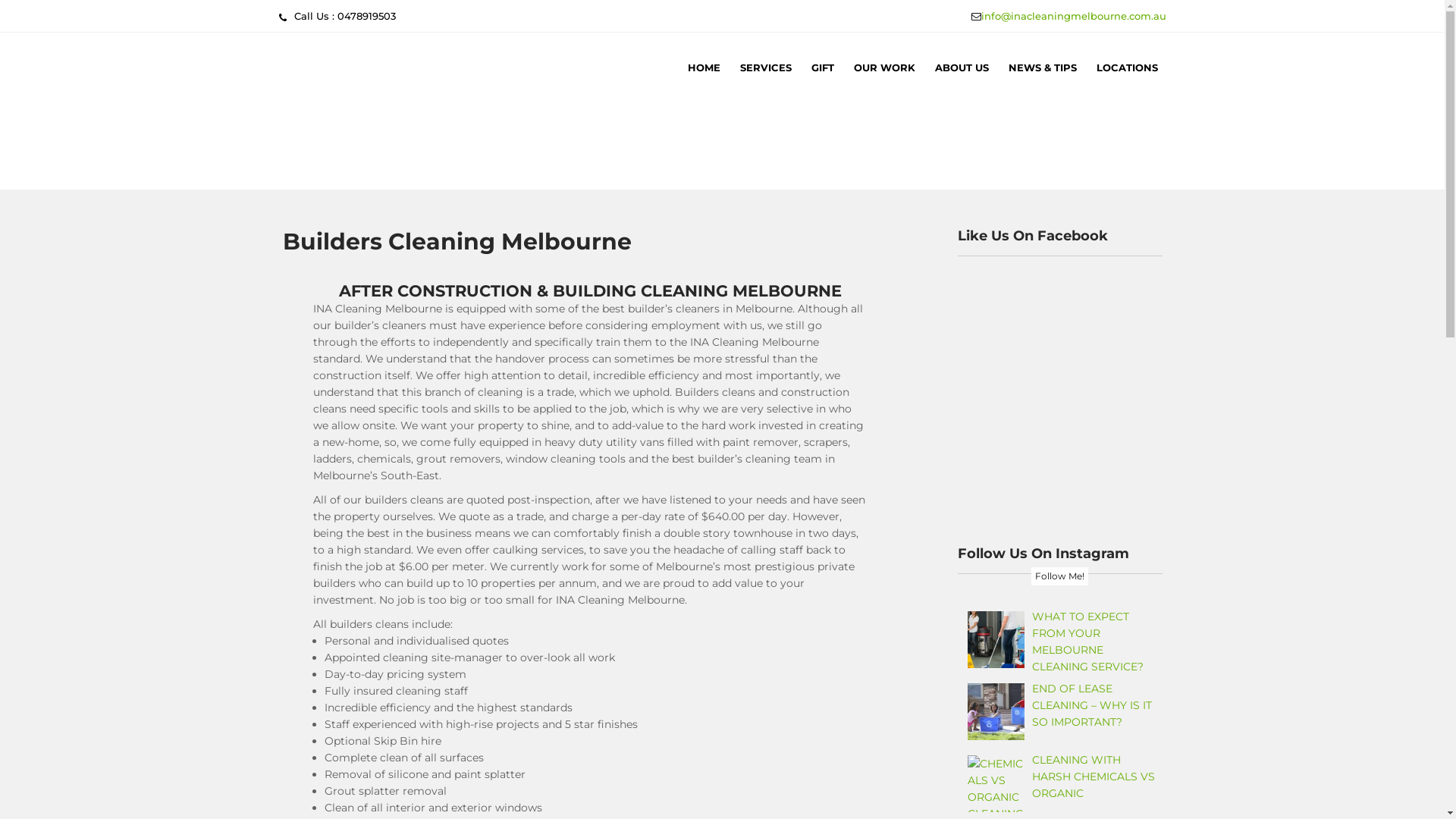 The height and width of the screenshot is (819, 1456). What do you see at coordinates (961, 66) in the screenshot?
I see `'ABOUT US'` at bounding box center [961, 66].